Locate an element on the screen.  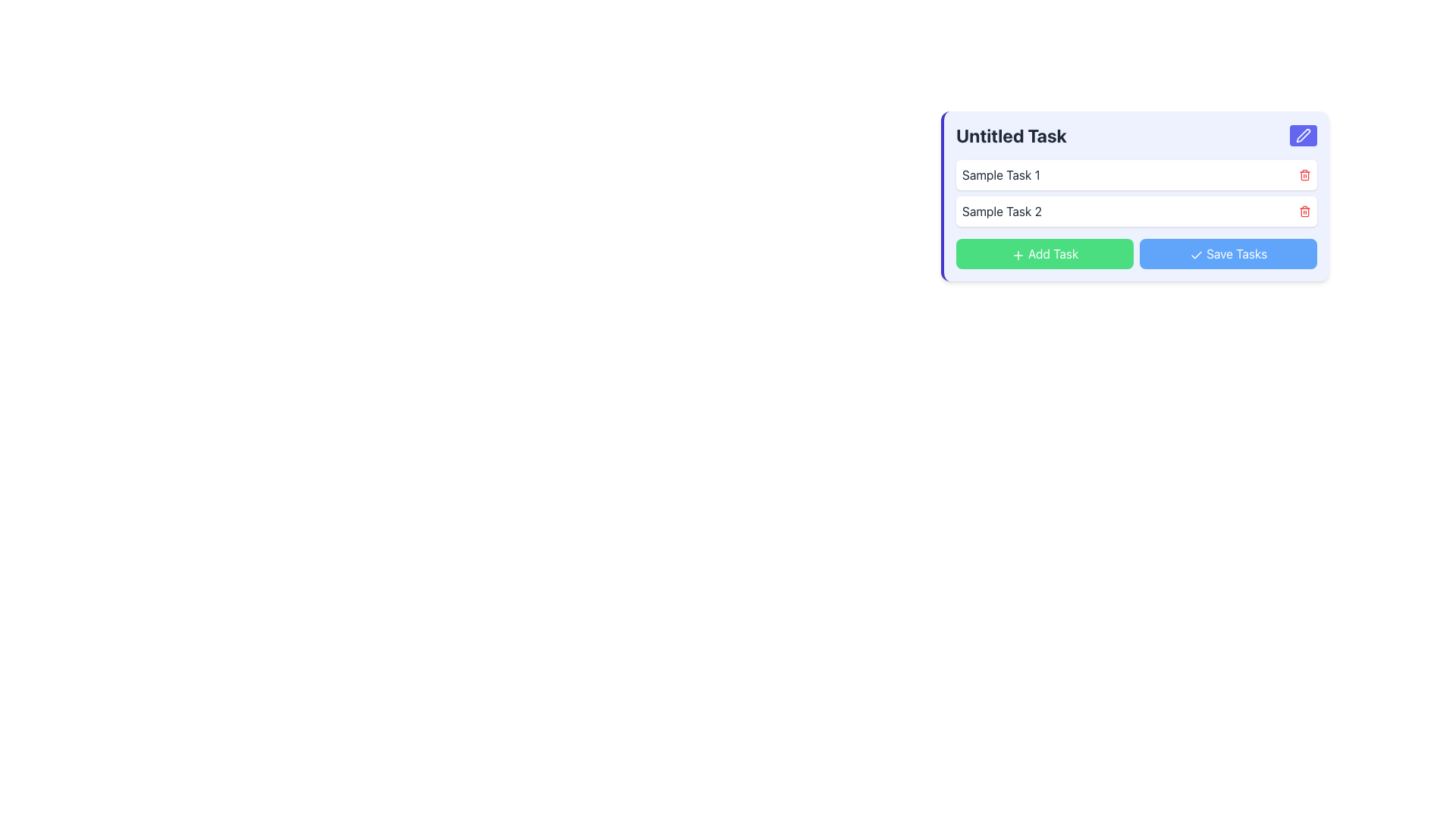
static text label displaying 'Sample Task 1' which is styled in dark gray on a white background is located at coordinates (1001, 174).